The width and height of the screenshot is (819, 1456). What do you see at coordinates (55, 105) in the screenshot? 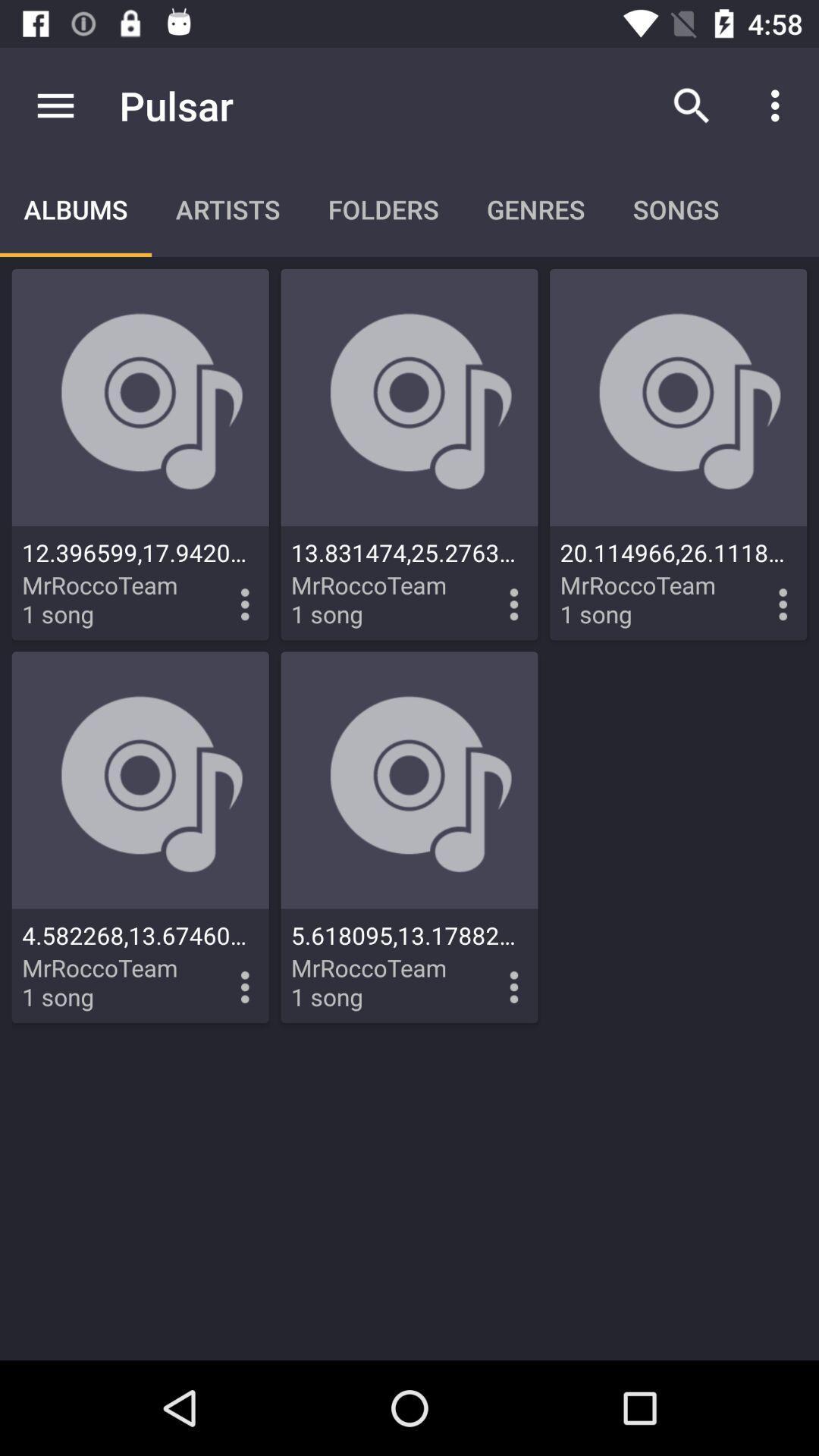
I see `the item next to pulsar item` at bounding box center [55, 105].